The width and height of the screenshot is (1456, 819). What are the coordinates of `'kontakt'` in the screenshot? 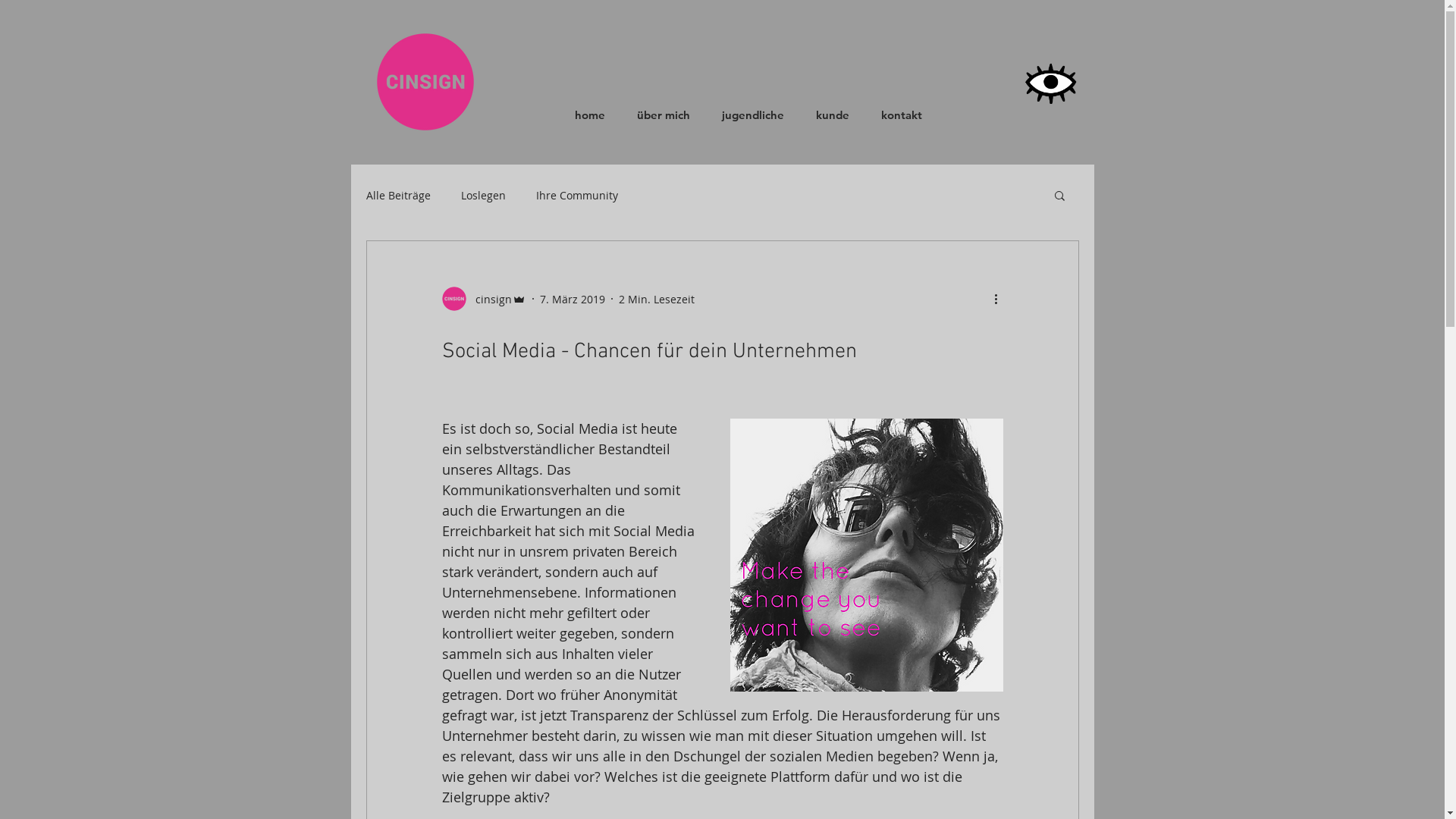 It's located at (901, 114).